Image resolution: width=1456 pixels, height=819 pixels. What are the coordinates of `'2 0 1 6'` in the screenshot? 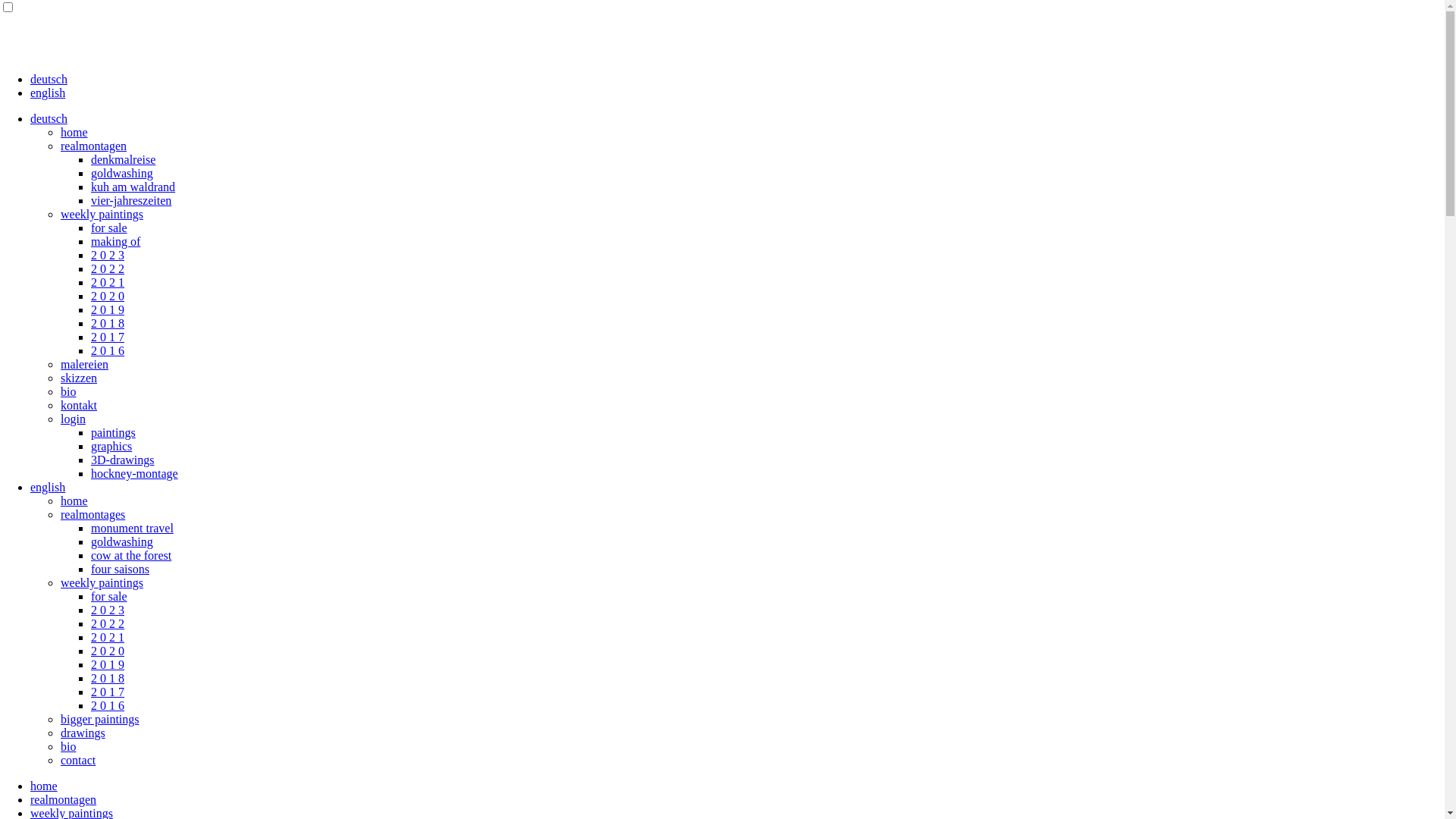 It's located at (90, 350).